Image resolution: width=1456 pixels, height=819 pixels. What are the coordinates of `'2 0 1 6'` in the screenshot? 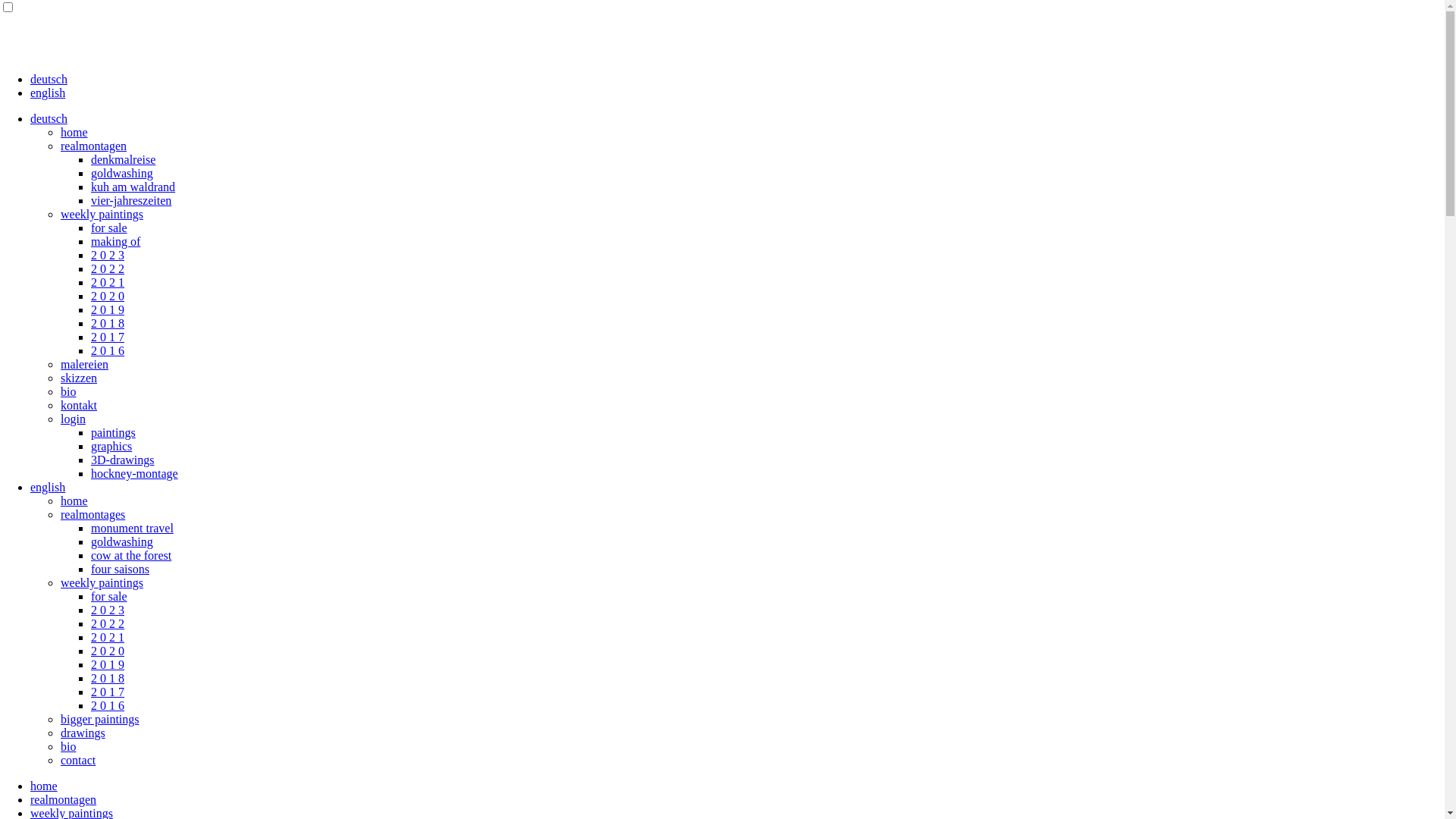 It's located at (90, 350).